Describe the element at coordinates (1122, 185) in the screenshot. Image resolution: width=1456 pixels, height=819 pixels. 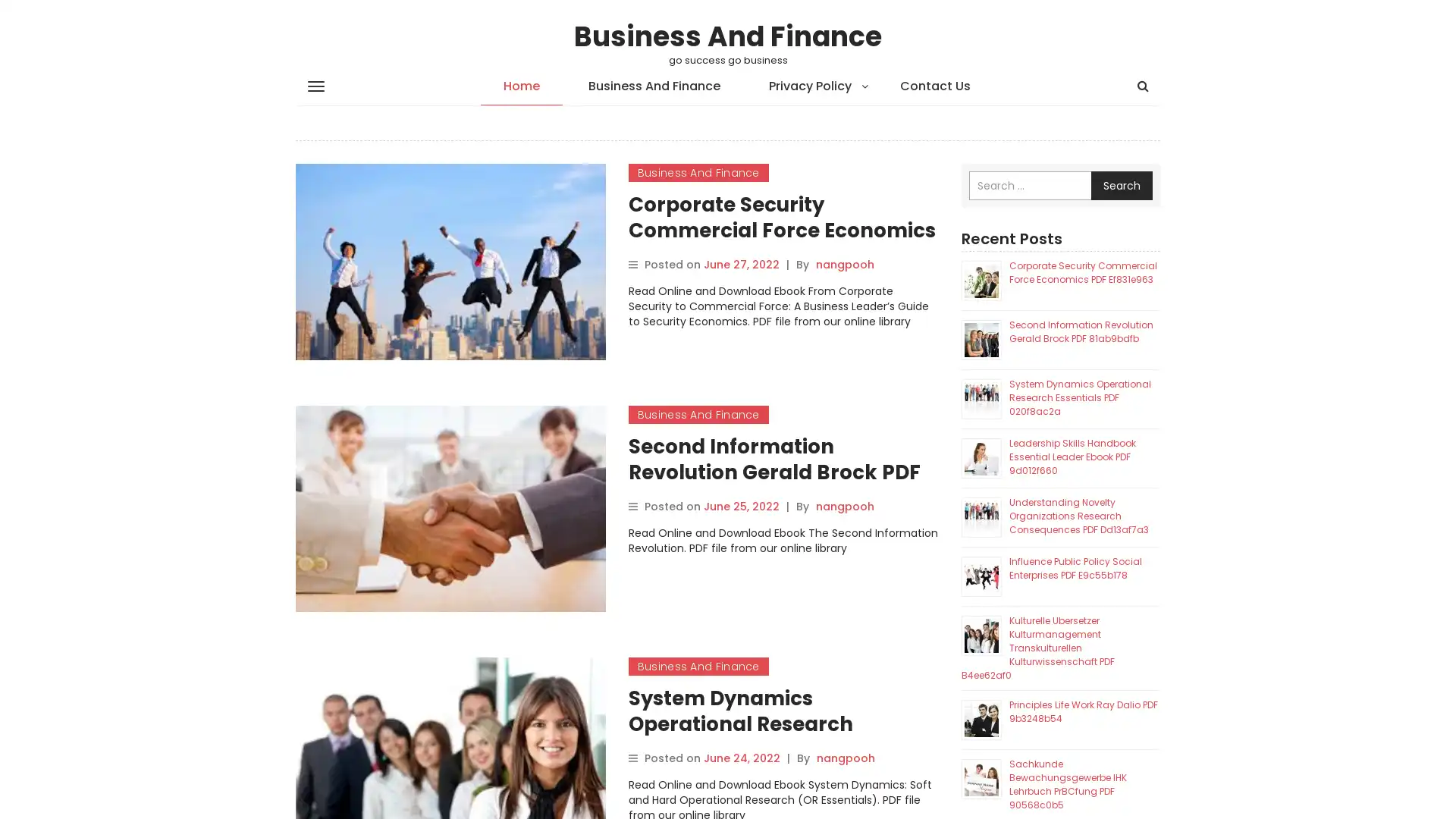
I see `Search` at that location.